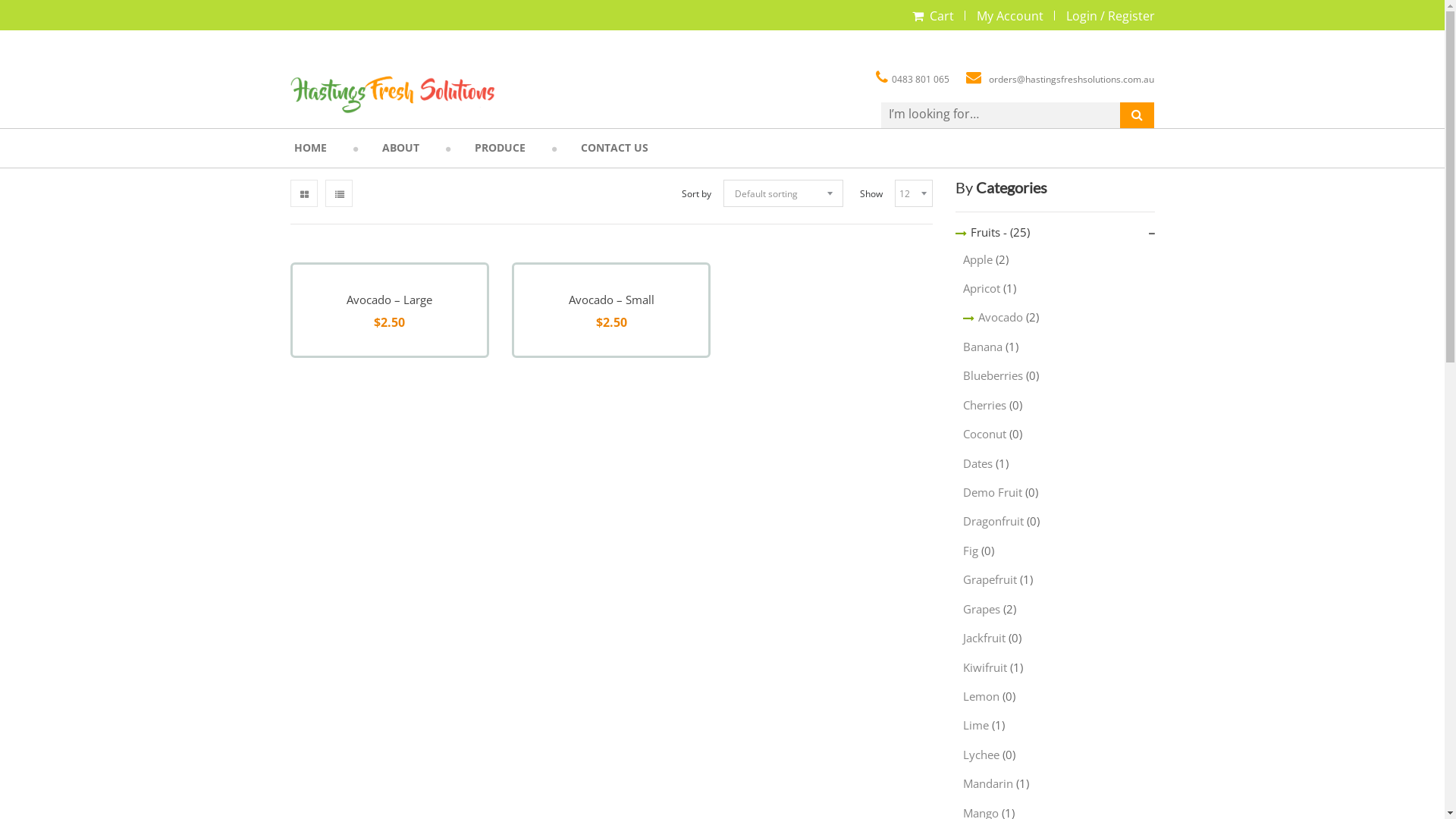 The image size is (1456, 819). Describe the element at coordinates (993, 491) in the screenshot. I see `'Demo Fruit'` at that location.